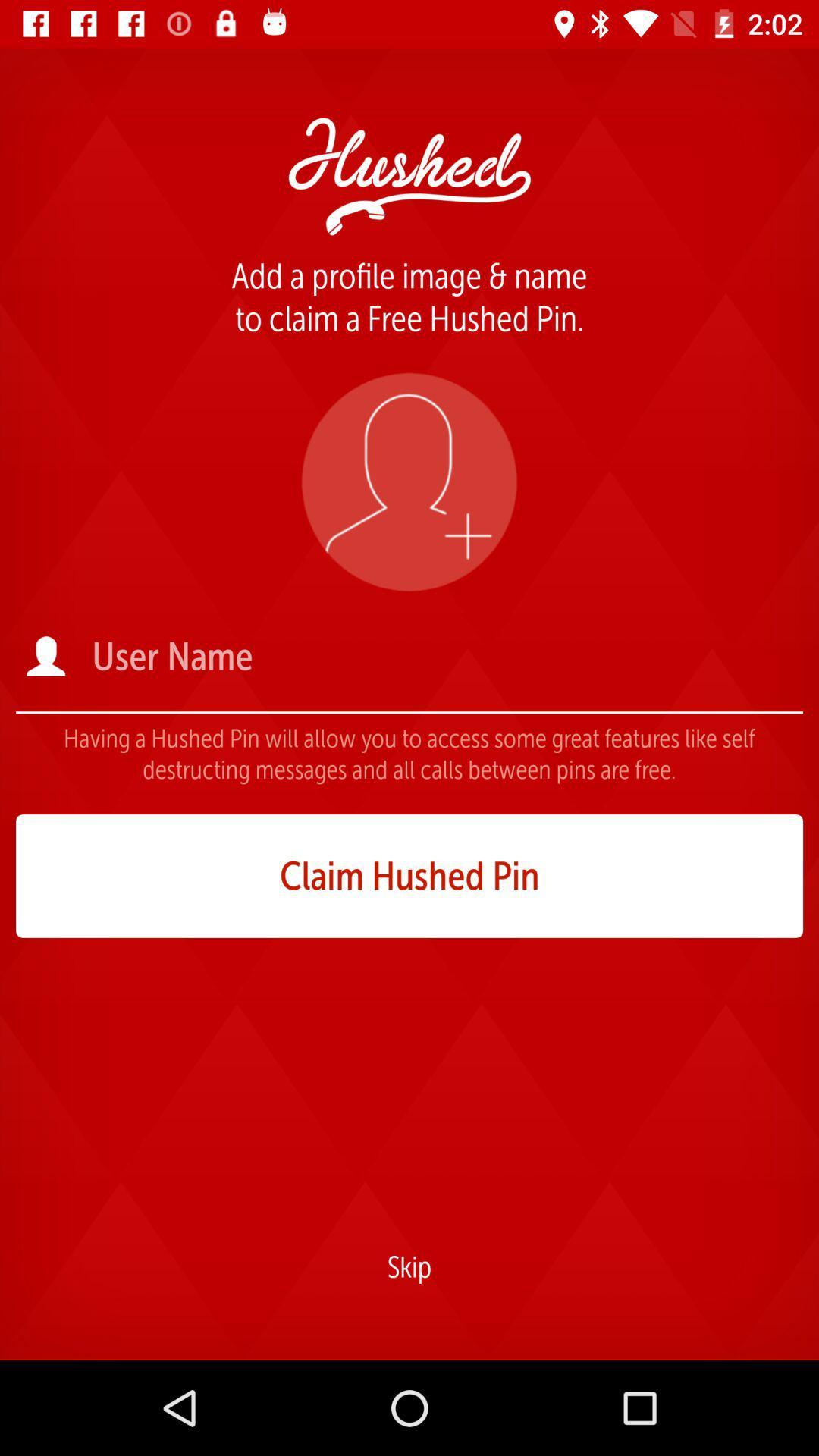 Image resolution: width=819 pixels, height=1456 pixels. I want to click on the contact name, so click(445, 656).